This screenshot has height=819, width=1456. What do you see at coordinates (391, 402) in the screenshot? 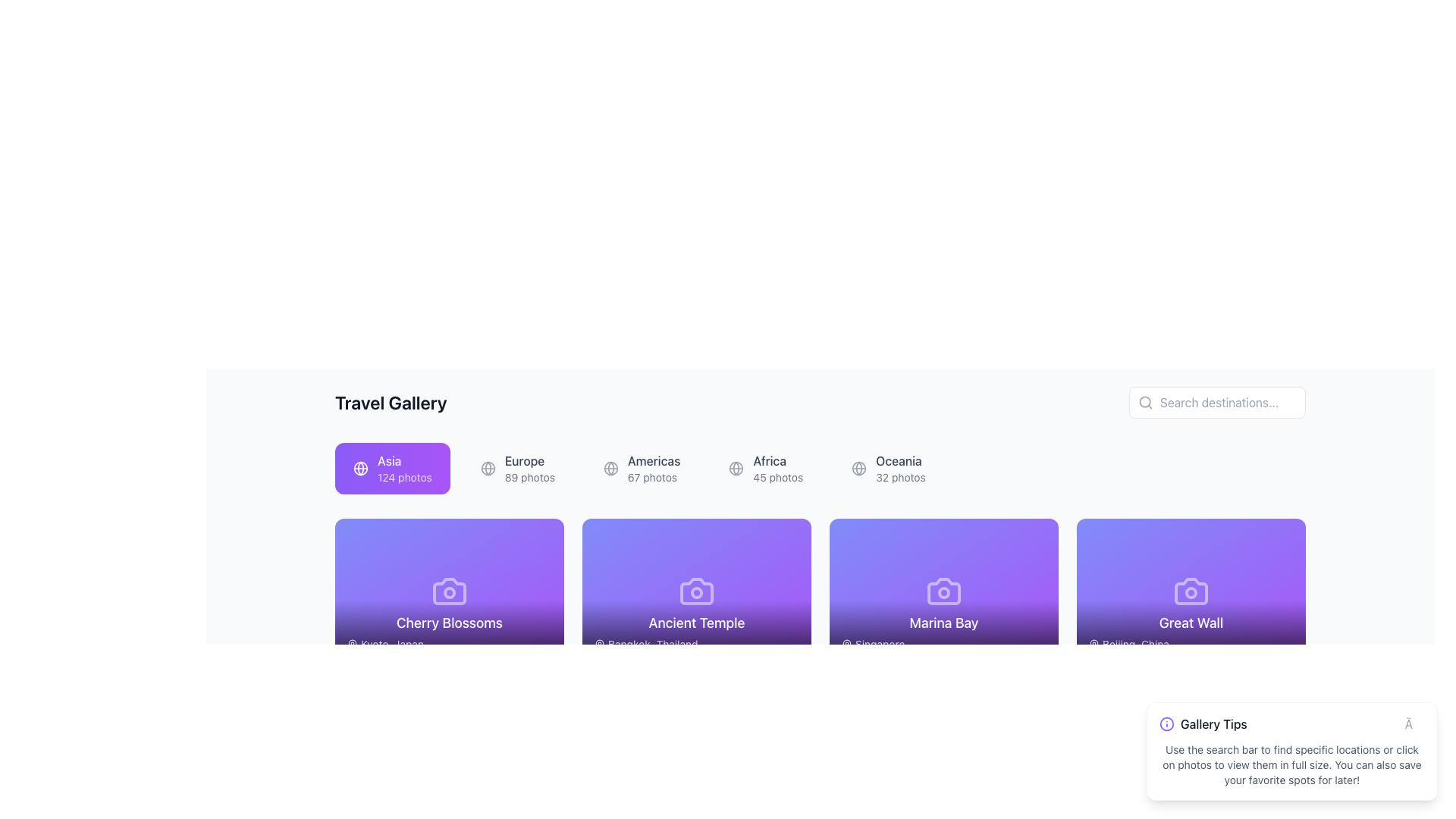
I see `the main title label indicating 'Travel Gallery', which is positioned in the top-left section of the interface, to the left of the search bar and above the category buttons` at bounding box center [391, 402].